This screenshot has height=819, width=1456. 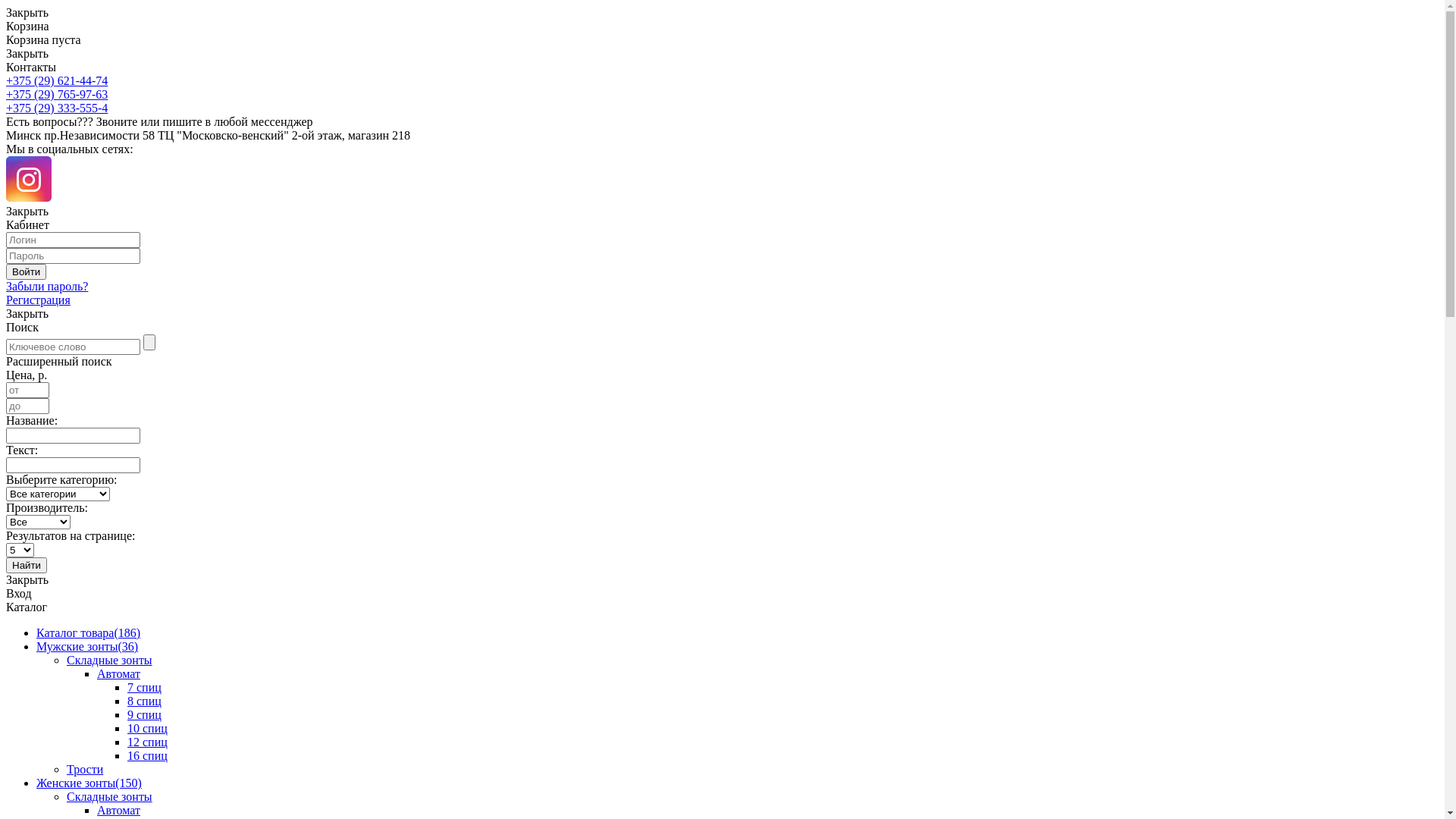 What do you see at coordinates (6, 94) in the screenshot?
I see `'+375 (29) 765-97-63'` at bounding box center [6, 94].